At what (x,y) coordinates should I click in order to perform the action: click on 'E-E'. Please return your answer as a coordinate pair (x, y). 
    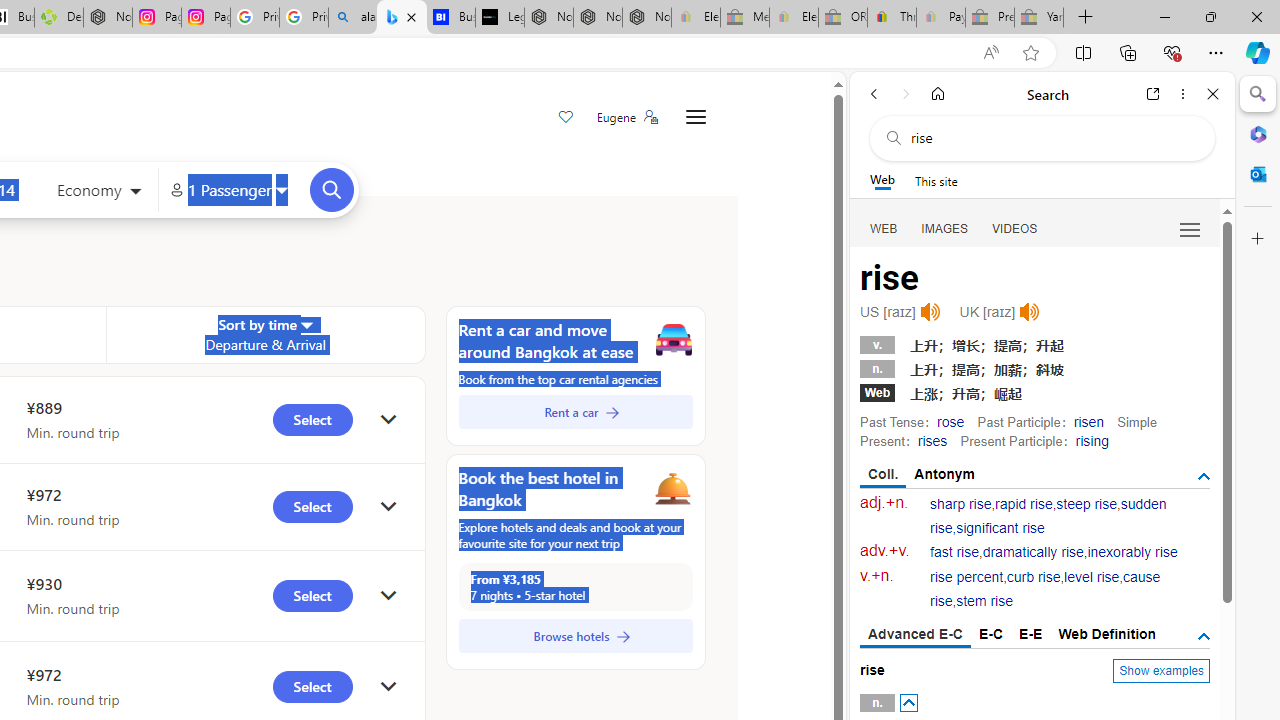
    Looking at the image, I should click on (1031, 633).